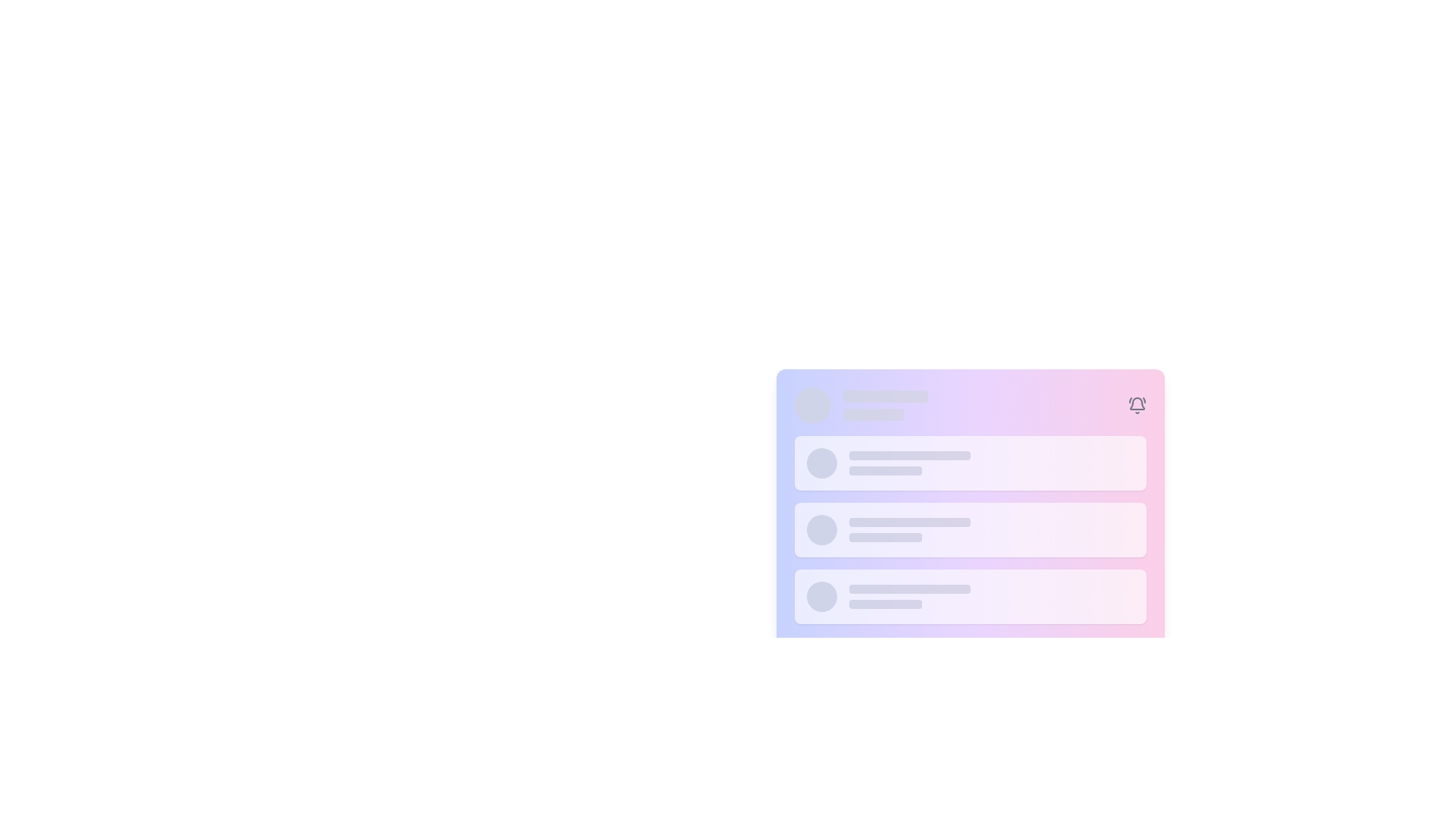 The image size is (1456, 819). What do you see at coordinates (1137, 405) in the screenshot?
I see `the notification center icon located at the upper-right corner of the panel with a gradient purple-pink background` at bounding box center [1137, 405].